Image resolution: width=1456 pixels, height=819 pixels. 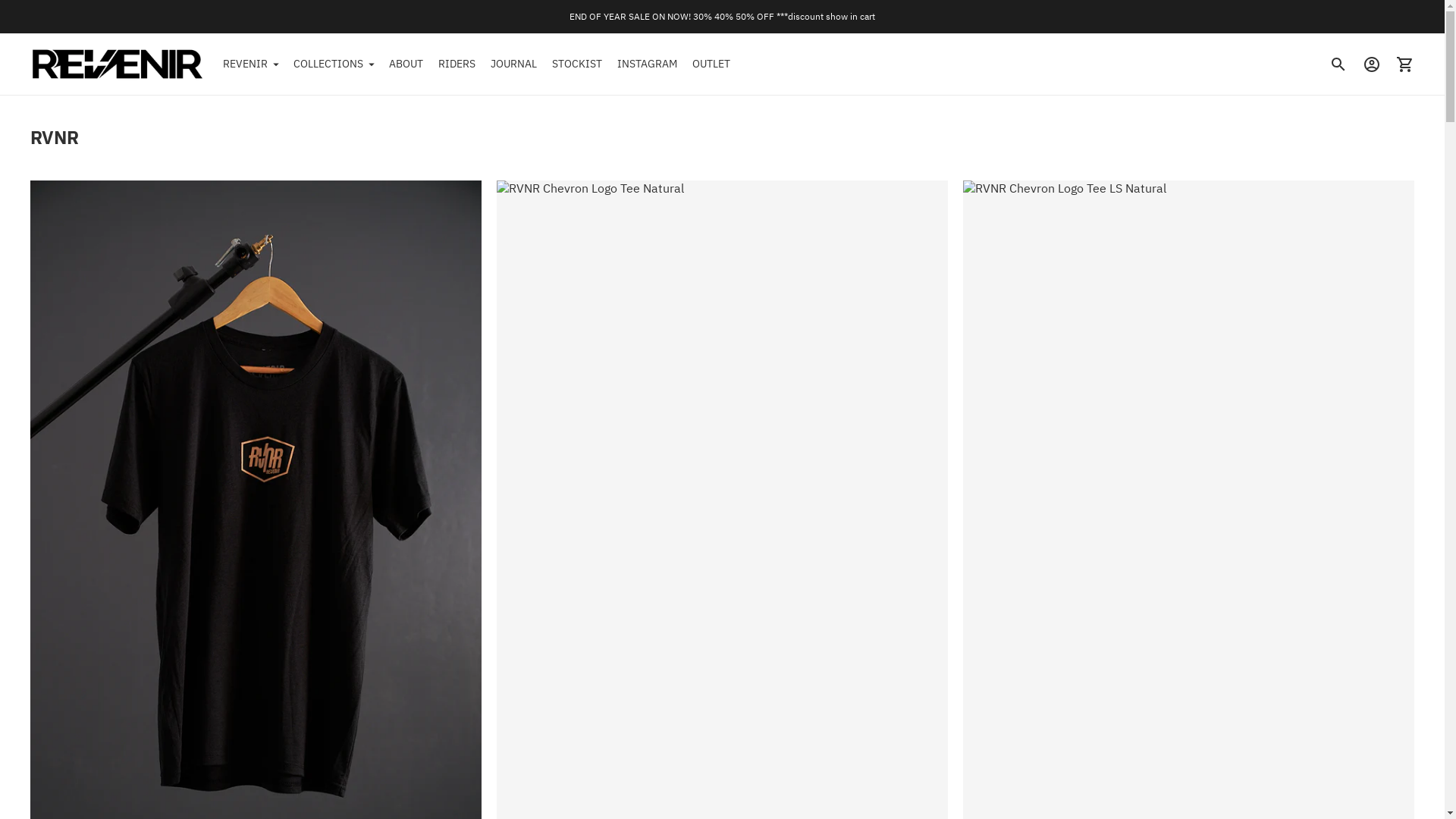 What do you see at coordinates (1338, 63) in the screenshot?
I see `'Search'` at bounding box center [1338, 63].